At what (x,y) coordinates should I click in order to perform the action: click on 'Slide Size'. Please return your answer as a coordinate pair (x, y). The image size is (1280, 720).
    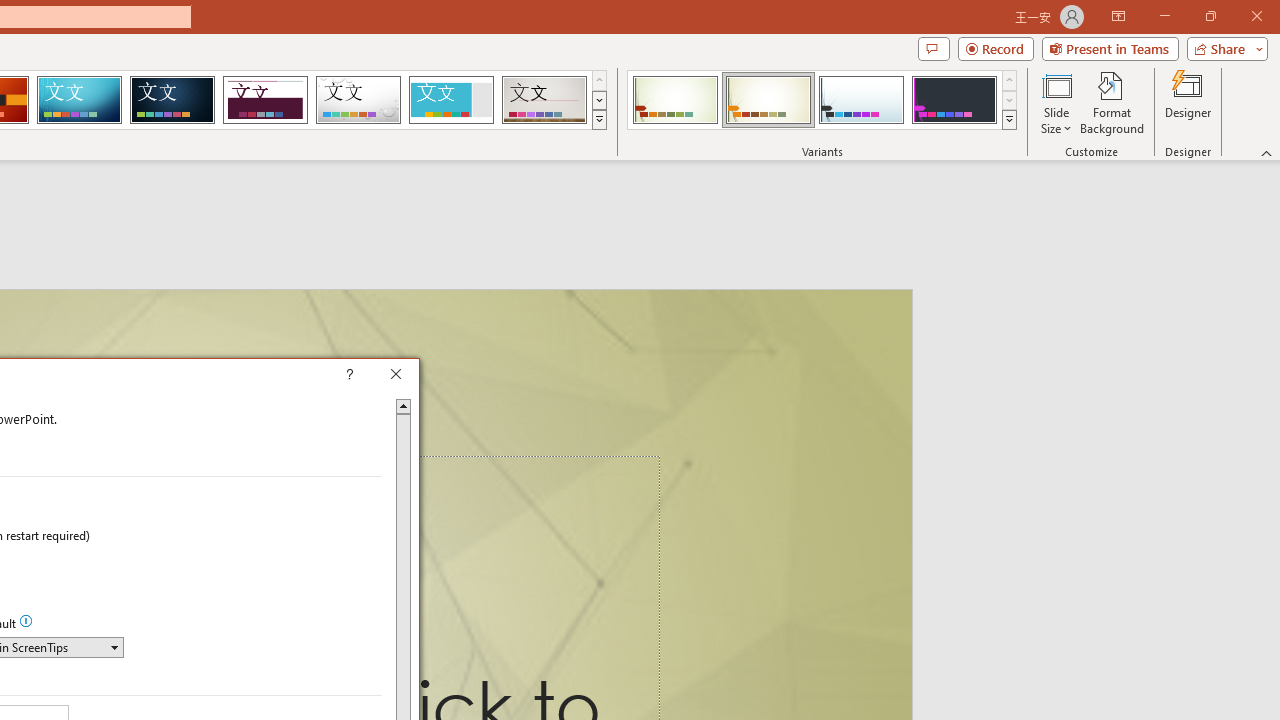
    Looking at the image, I should click on (1055, 103).